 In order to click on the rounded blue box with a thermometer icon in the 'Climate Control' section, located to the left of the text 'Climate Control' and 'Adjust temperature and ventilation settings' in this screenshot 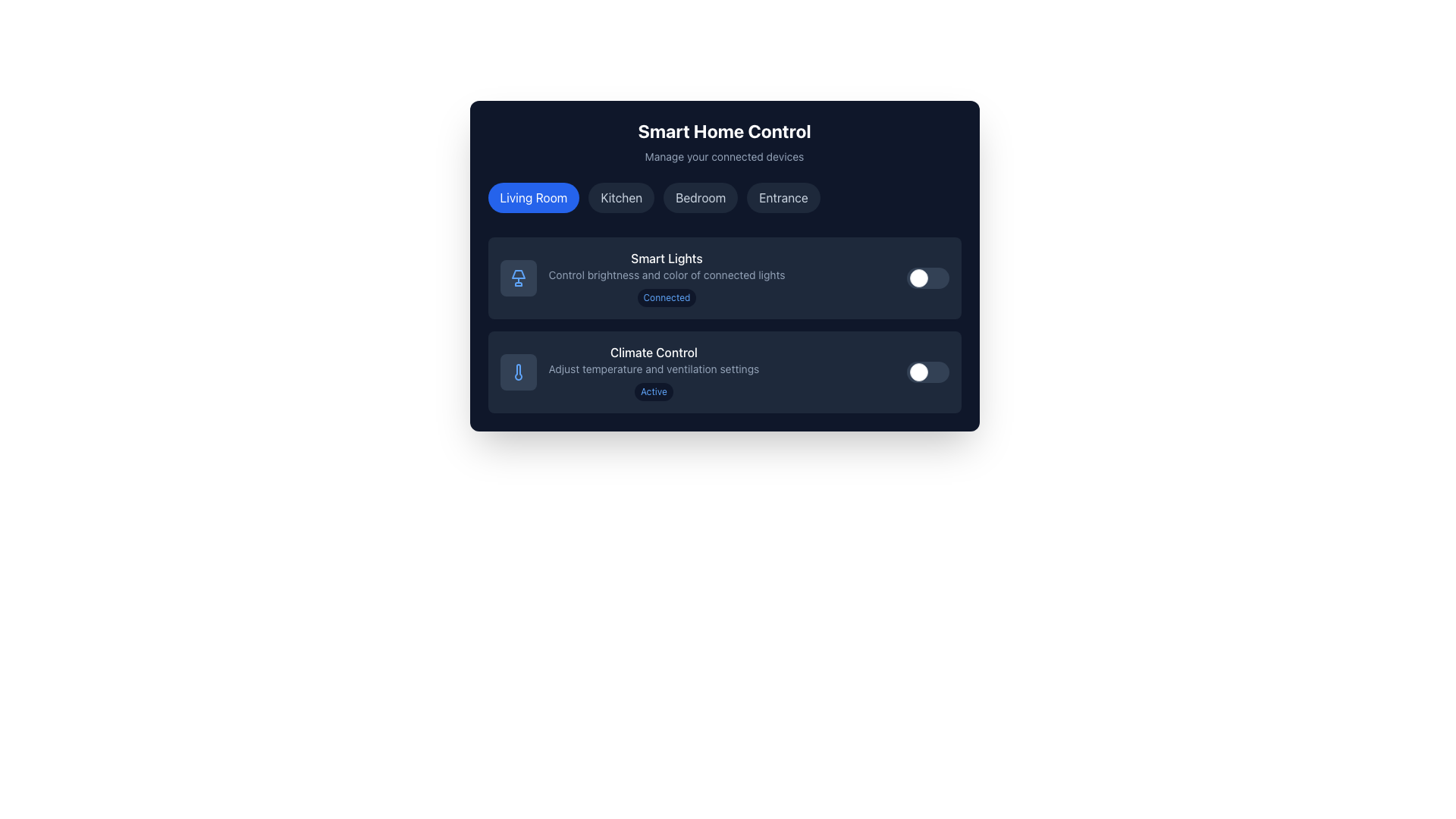, I will do `click(518, 372)`.